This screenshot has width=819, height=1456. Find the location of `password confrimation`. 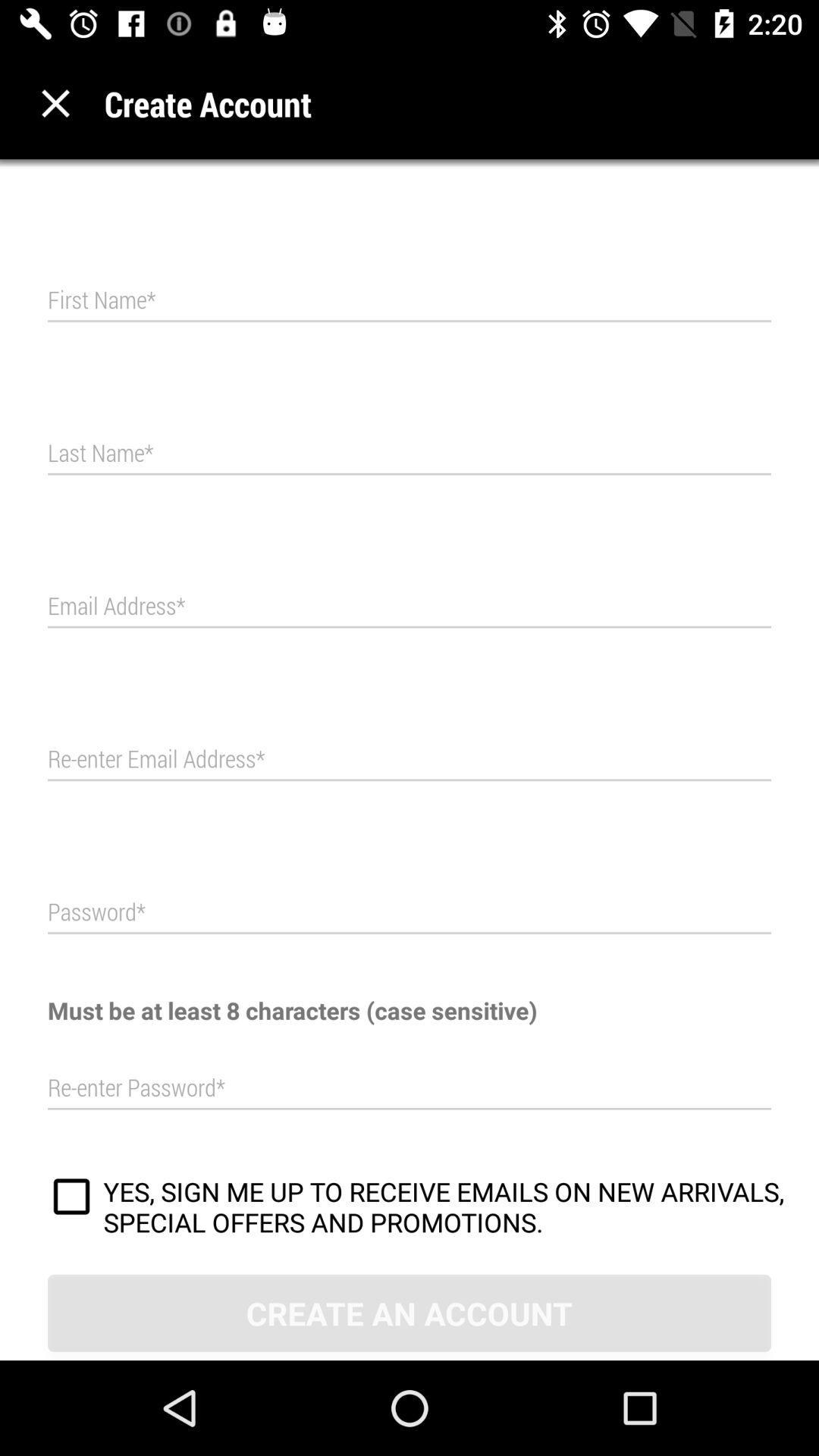

password confrimation is located at coordinates (409, 1087).